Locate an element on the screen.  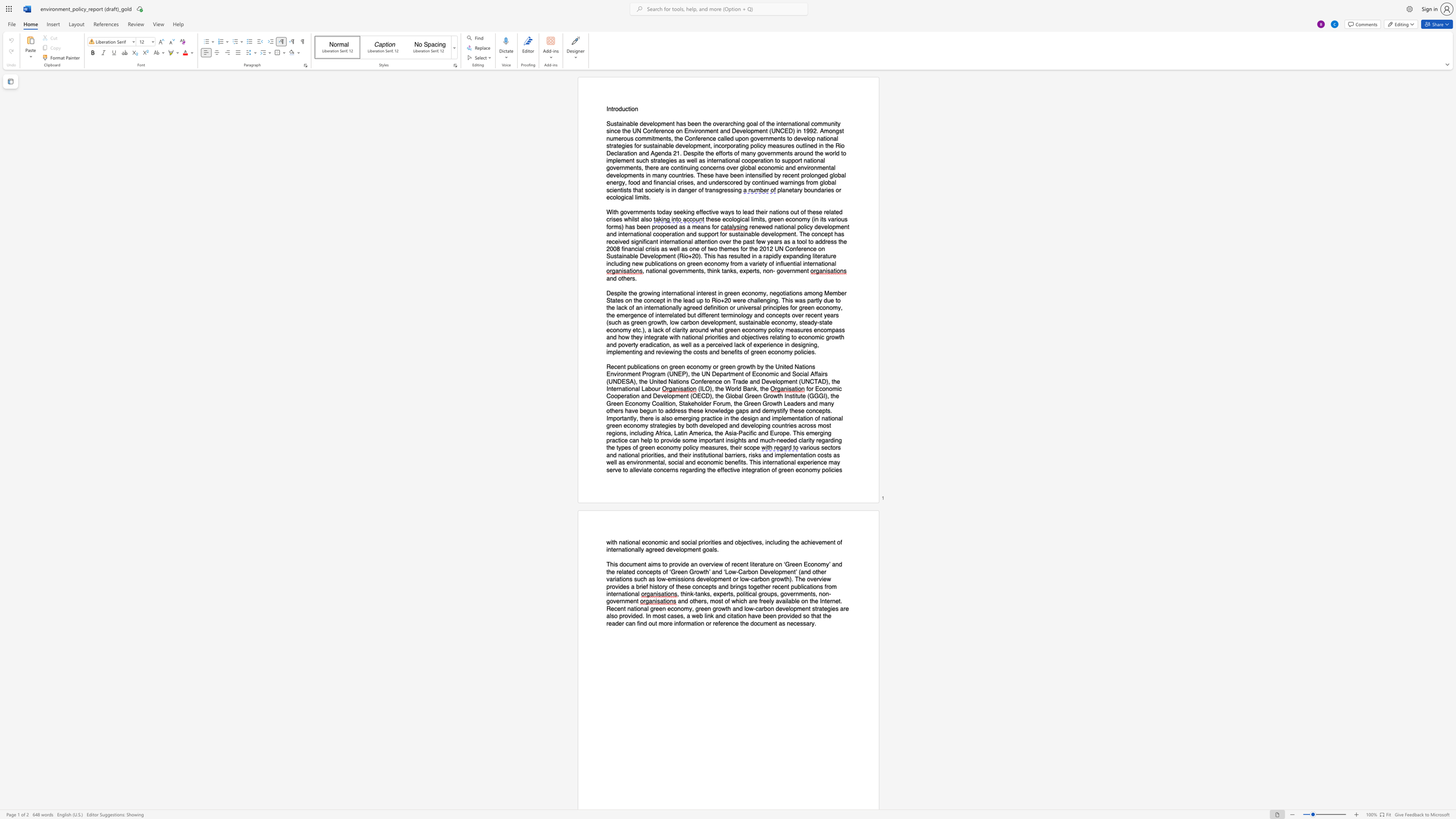
the subset text "l priori" within the text "with national economic and social priorities and" is located at coordinates (695, 542).